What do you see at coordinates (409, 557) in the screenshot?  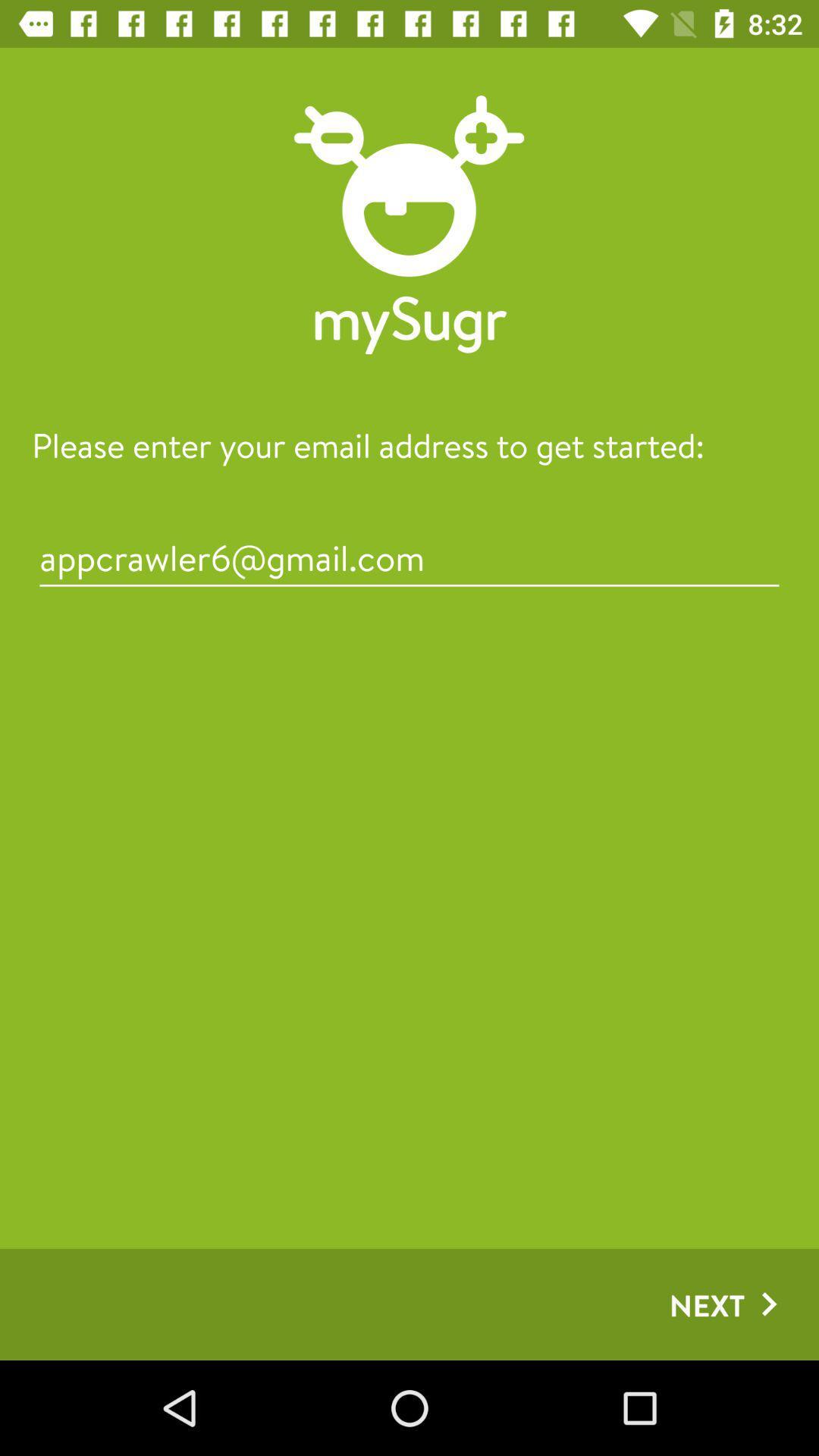 I see `item below the please enter your` at bounding box center [409, 557].